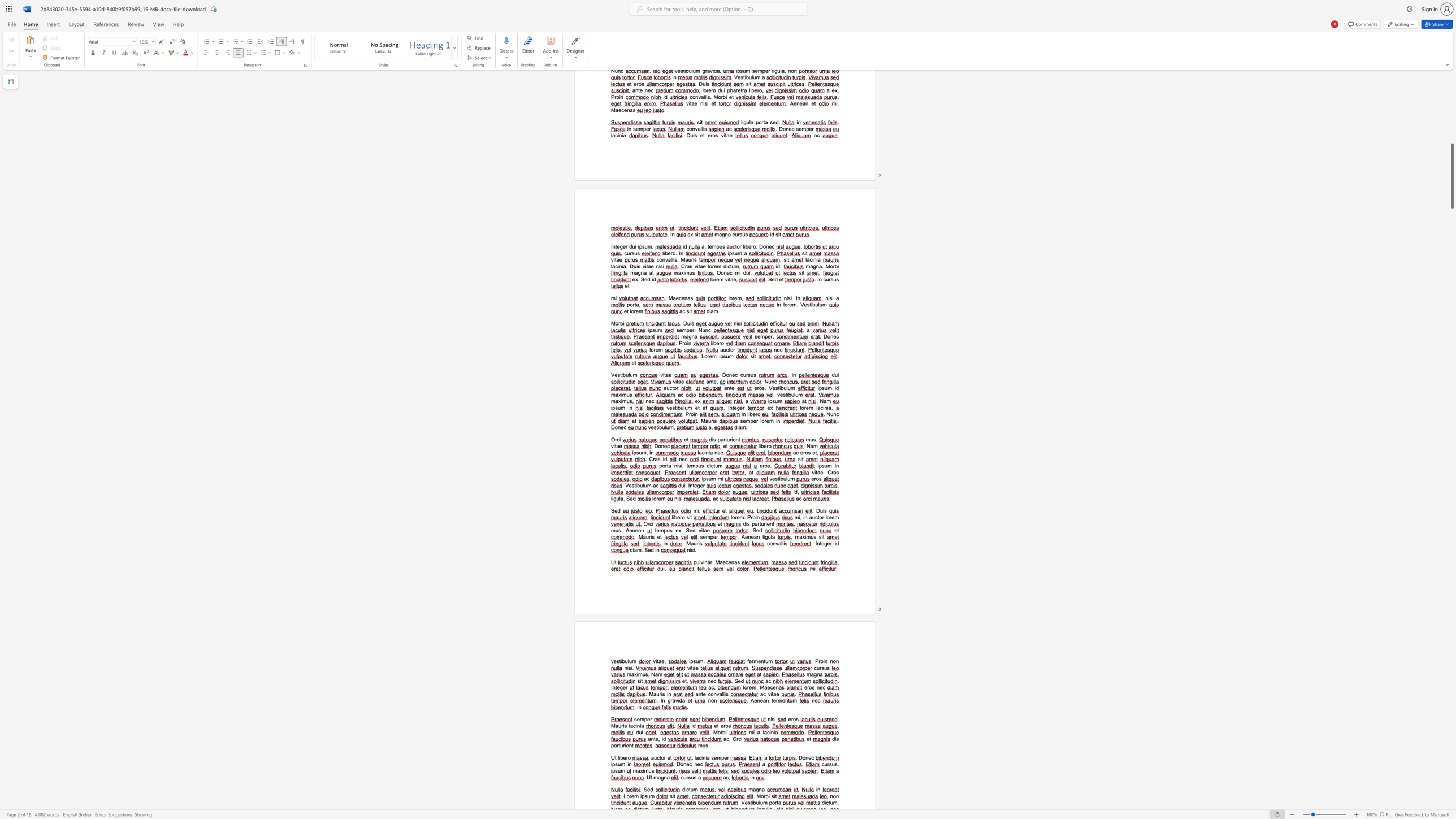 This screenshot has width=1456, height=819. Describe the element at coordinates (672, 517) in the screenshot. I see `the 1th character "l" in the text` at that location.